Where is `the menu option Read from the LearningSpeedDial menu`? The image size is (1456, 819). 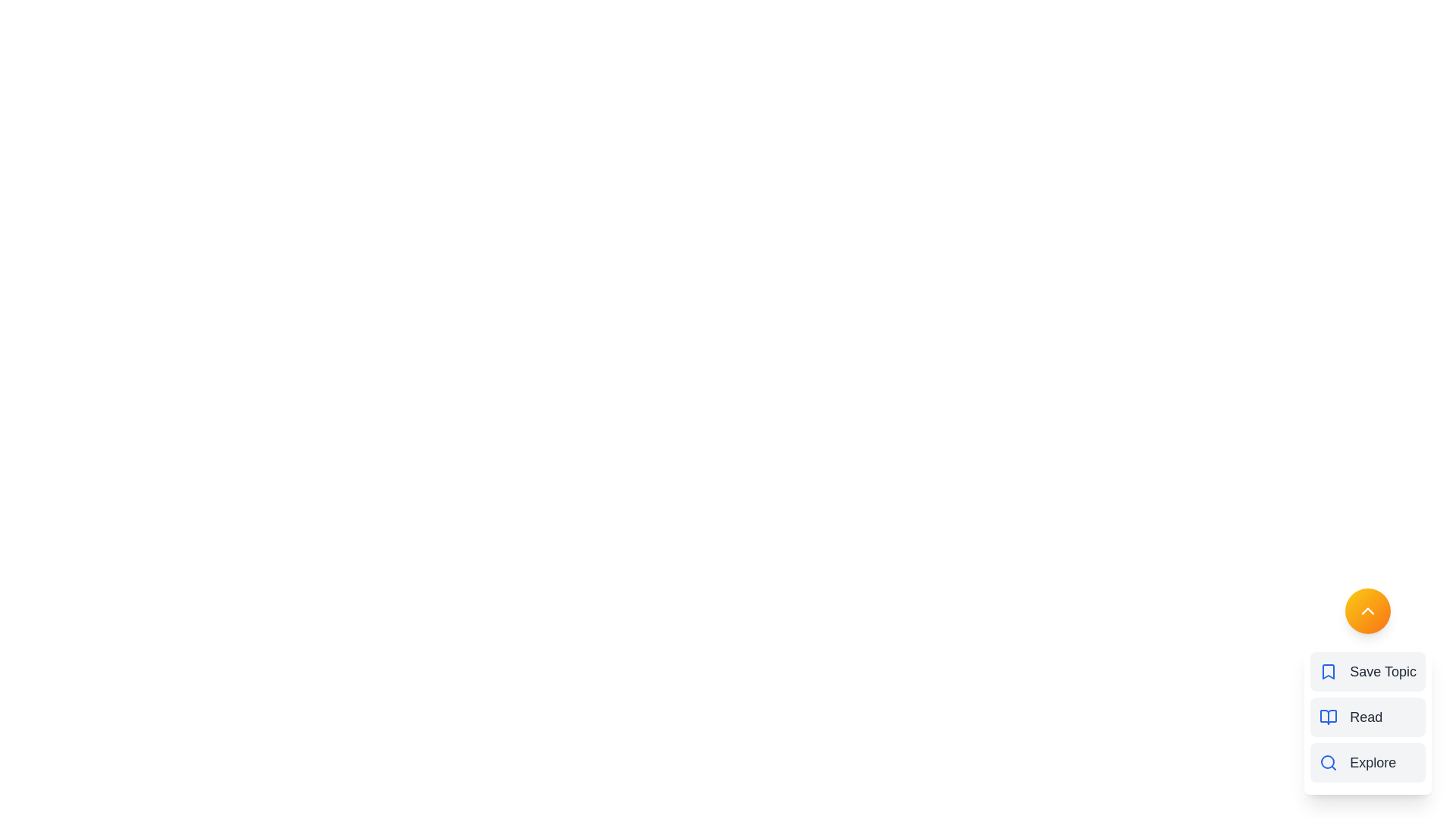 the menu option Read from the LearningSpeedDial menu is located at coordinates (1368, 717).